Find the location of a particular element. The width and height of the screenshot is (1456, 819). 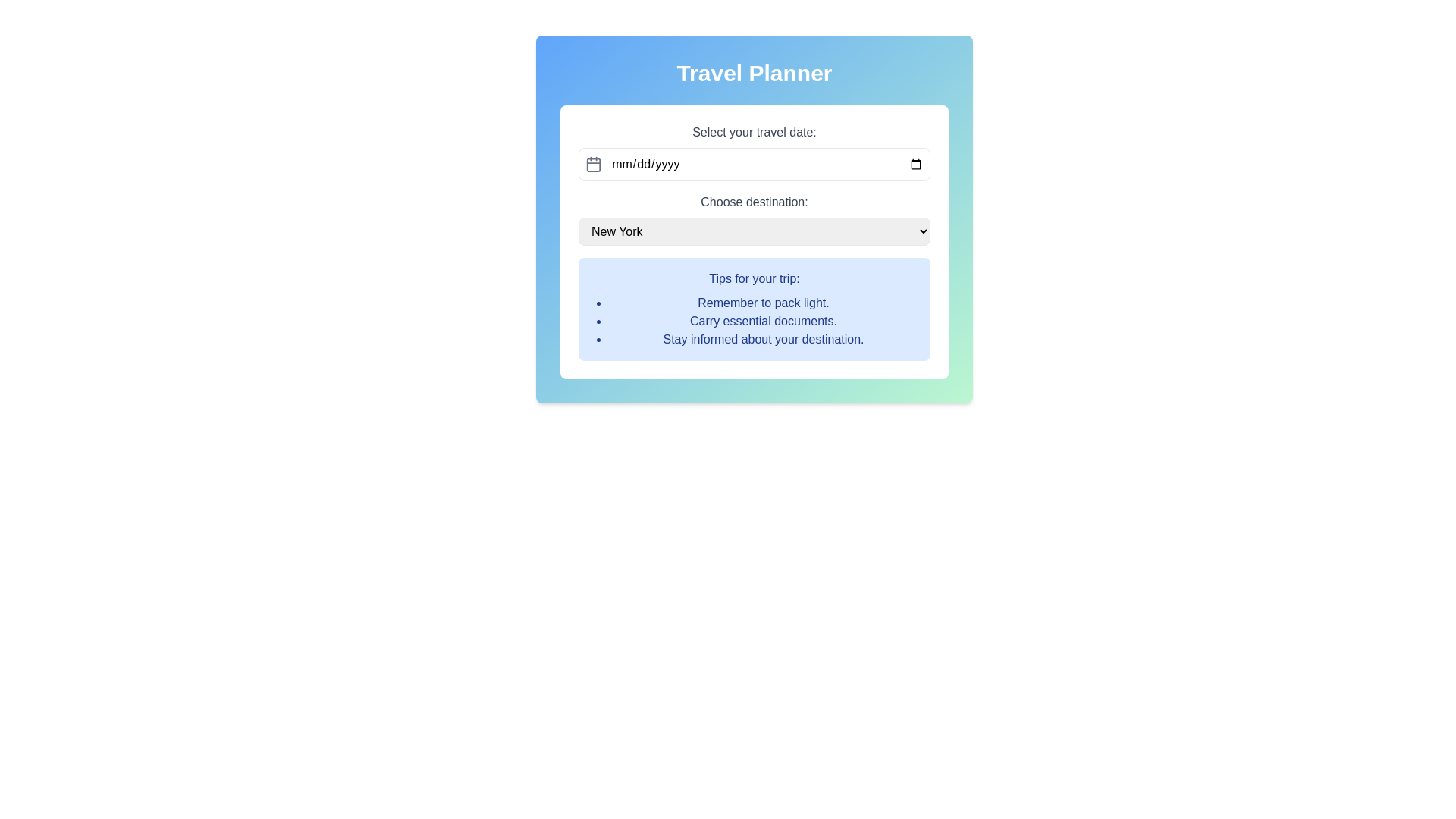

travel tips from the blue-colored Informational Box titled 'Tips for your trip:' which contains a list of travel tips located at the bottom of the Travel Planner interface is located at coordinates (754, 309).